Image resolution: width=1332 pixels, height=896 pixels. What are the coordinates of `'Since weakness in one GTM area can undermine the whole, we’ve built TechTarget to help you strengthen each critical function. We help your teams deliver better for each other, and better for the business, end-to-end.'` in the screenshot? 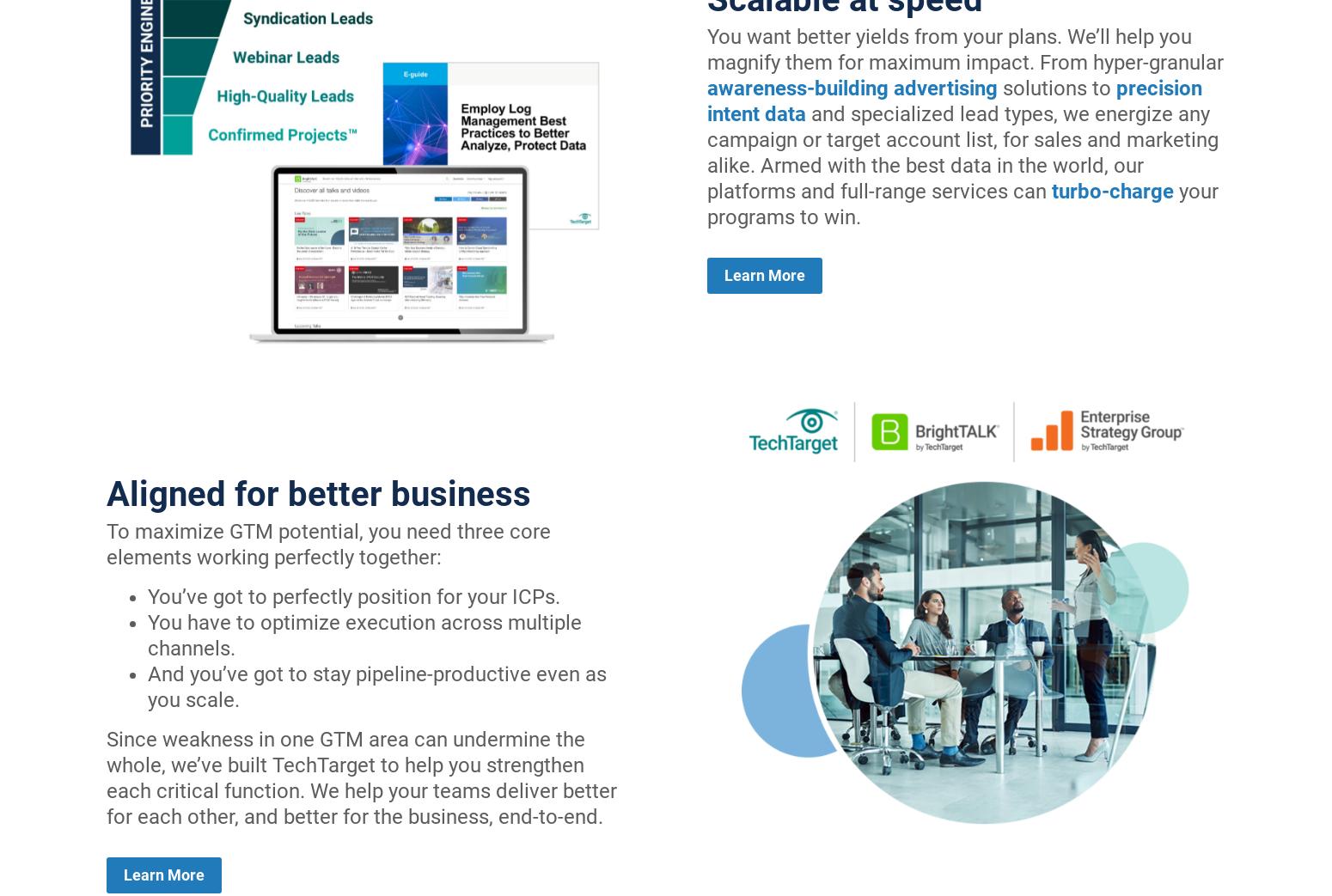 It's located at (361, 777).